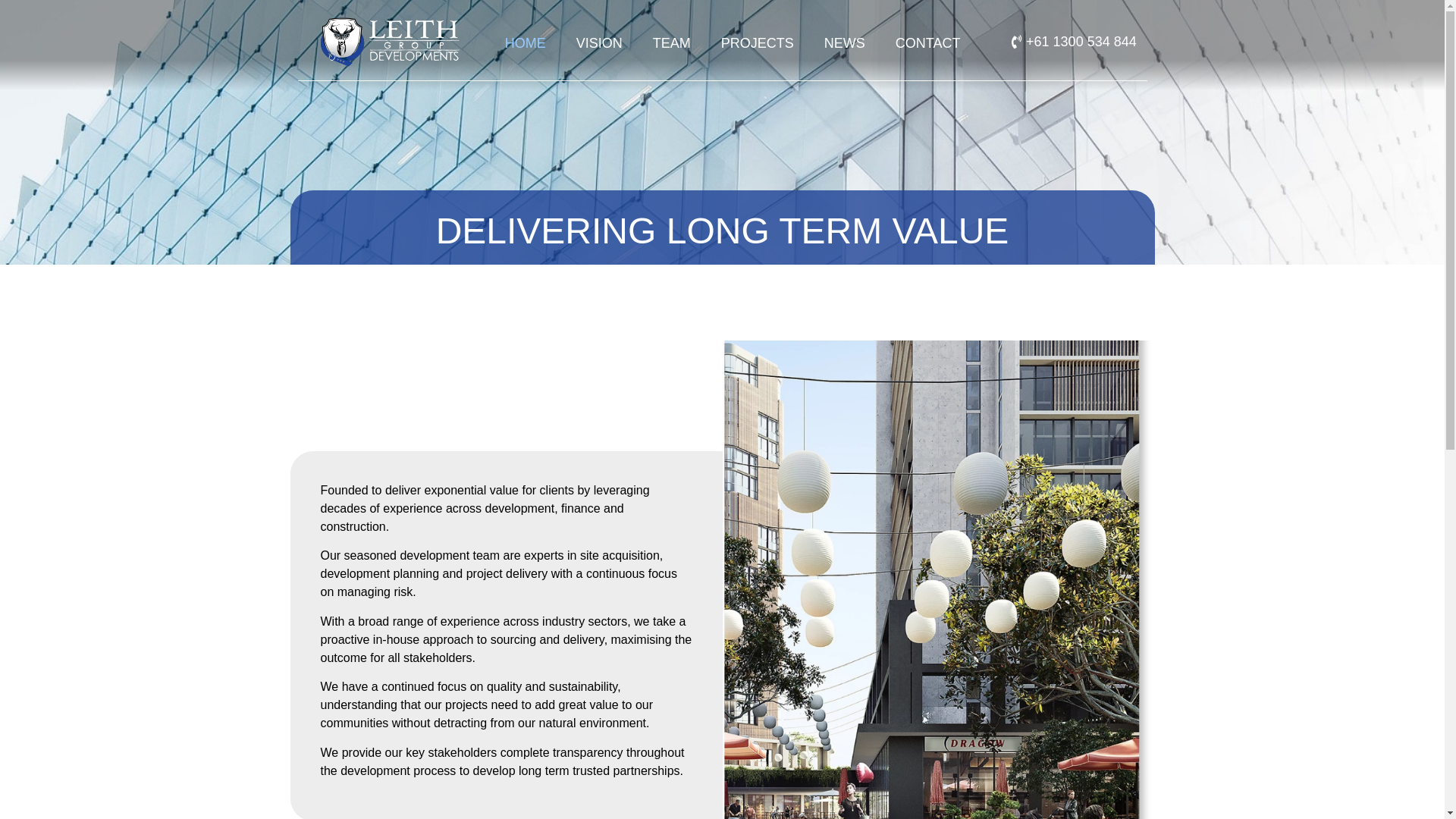  Describe the element at coordinates (525, 42) in the screenshot. I see `'HOME'` at that location.